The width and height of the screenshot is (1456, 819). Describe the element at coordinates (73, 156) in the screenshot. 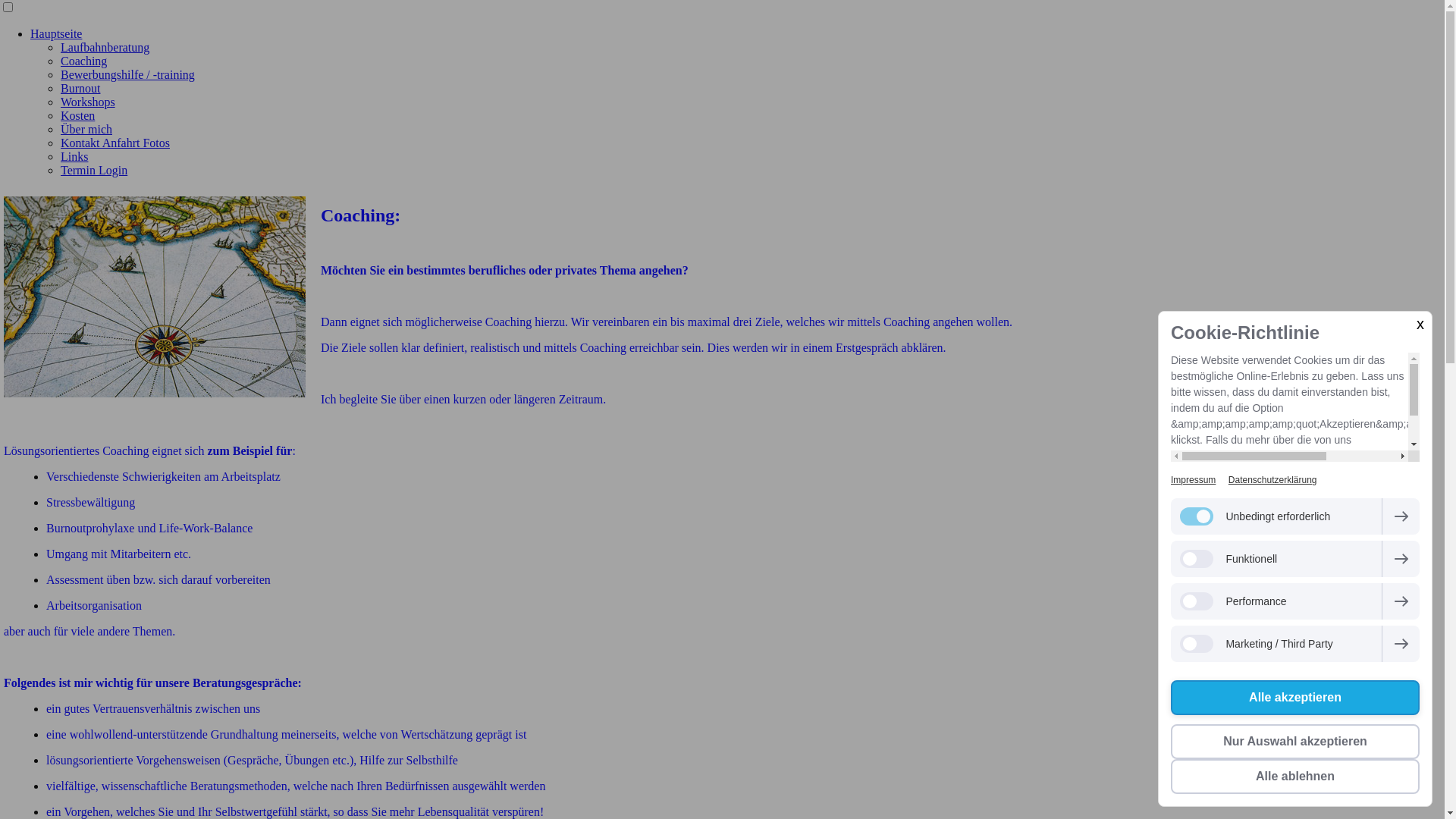

I see `'Links'` at that location.